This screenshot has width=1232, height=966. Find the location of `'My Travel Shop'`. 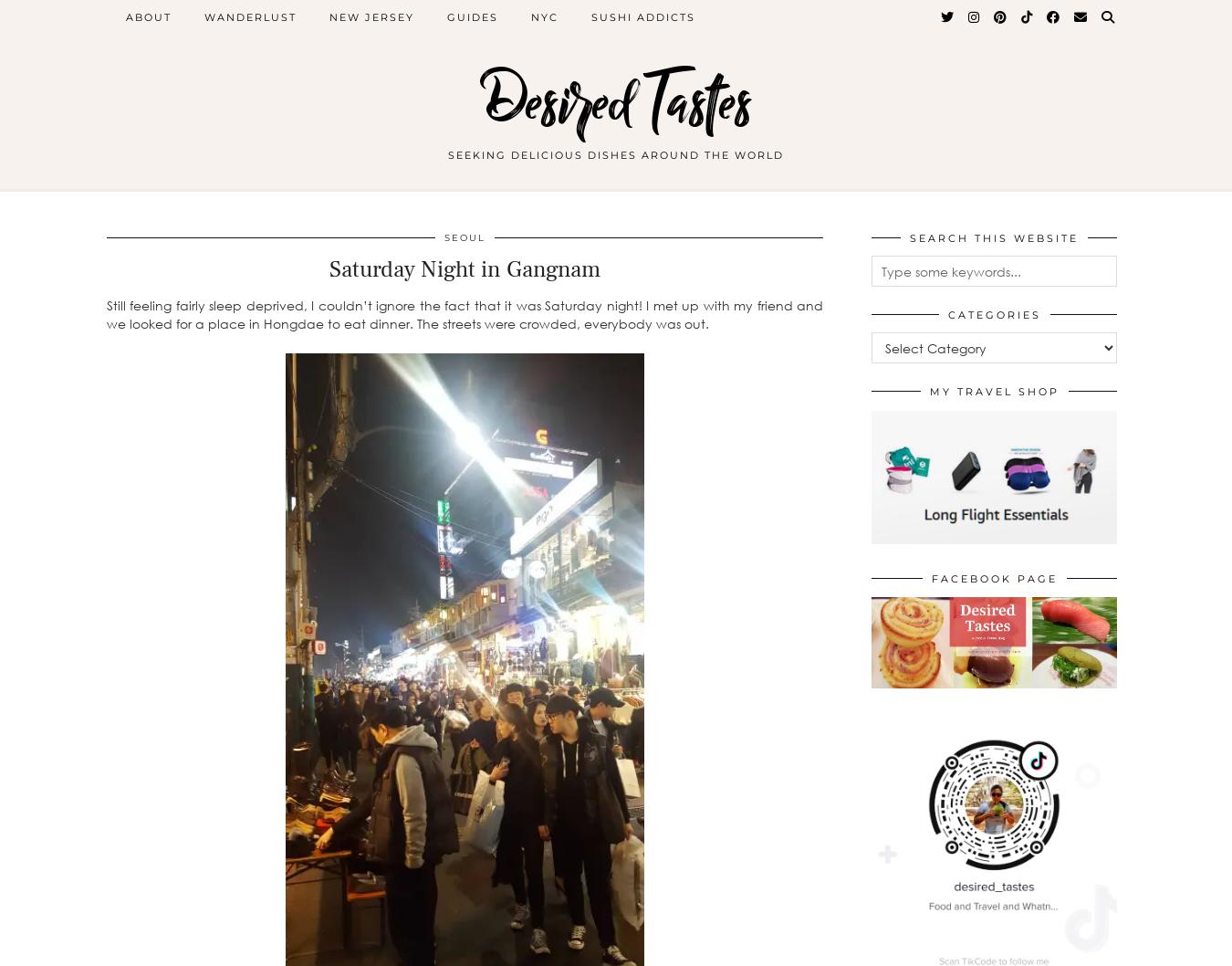

'My Travel Shop' is located at coordinates (994, 392).